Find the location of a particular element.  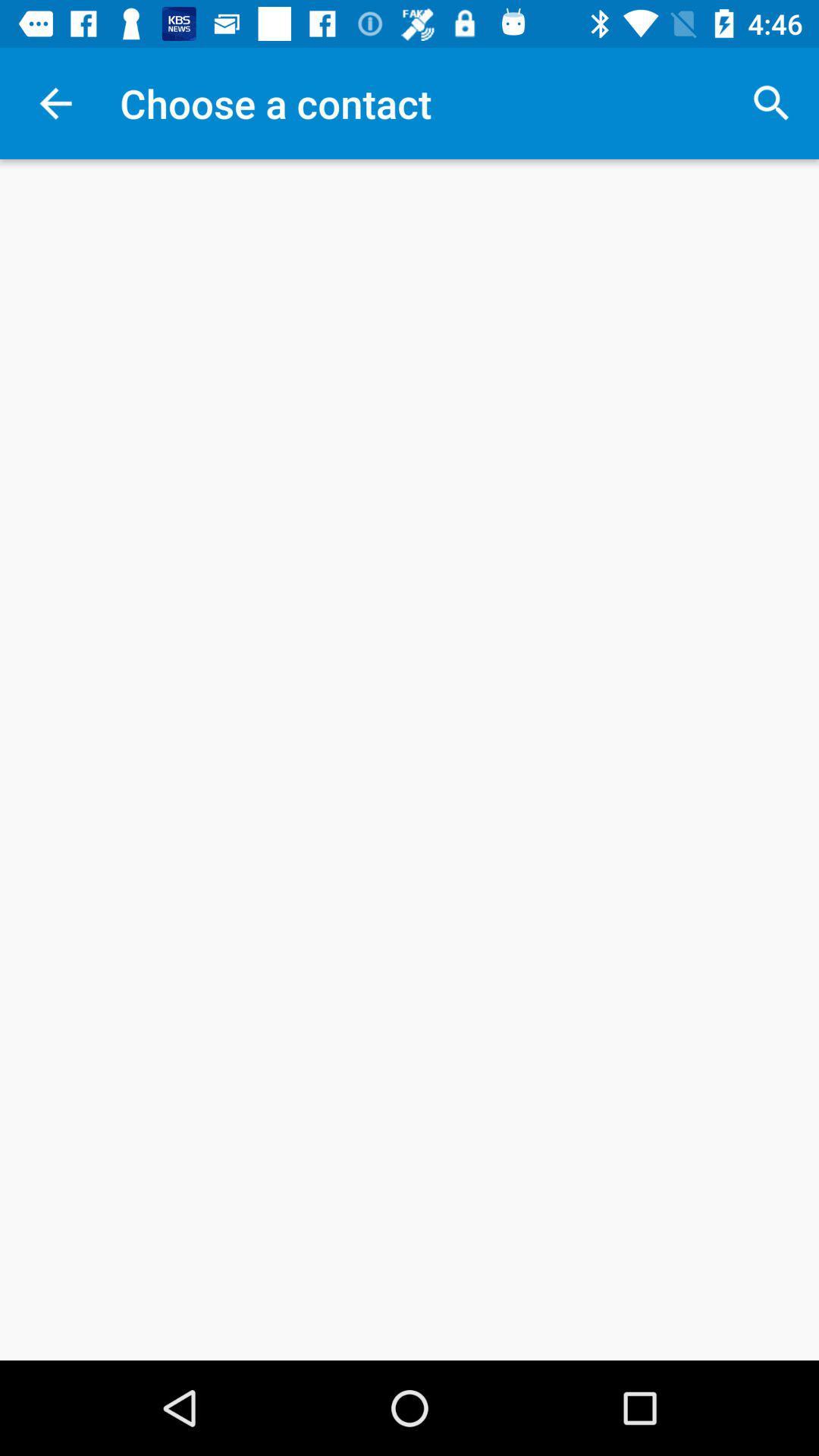

the icon to the right of the choose a contact item is located at coordinates (771, 102).